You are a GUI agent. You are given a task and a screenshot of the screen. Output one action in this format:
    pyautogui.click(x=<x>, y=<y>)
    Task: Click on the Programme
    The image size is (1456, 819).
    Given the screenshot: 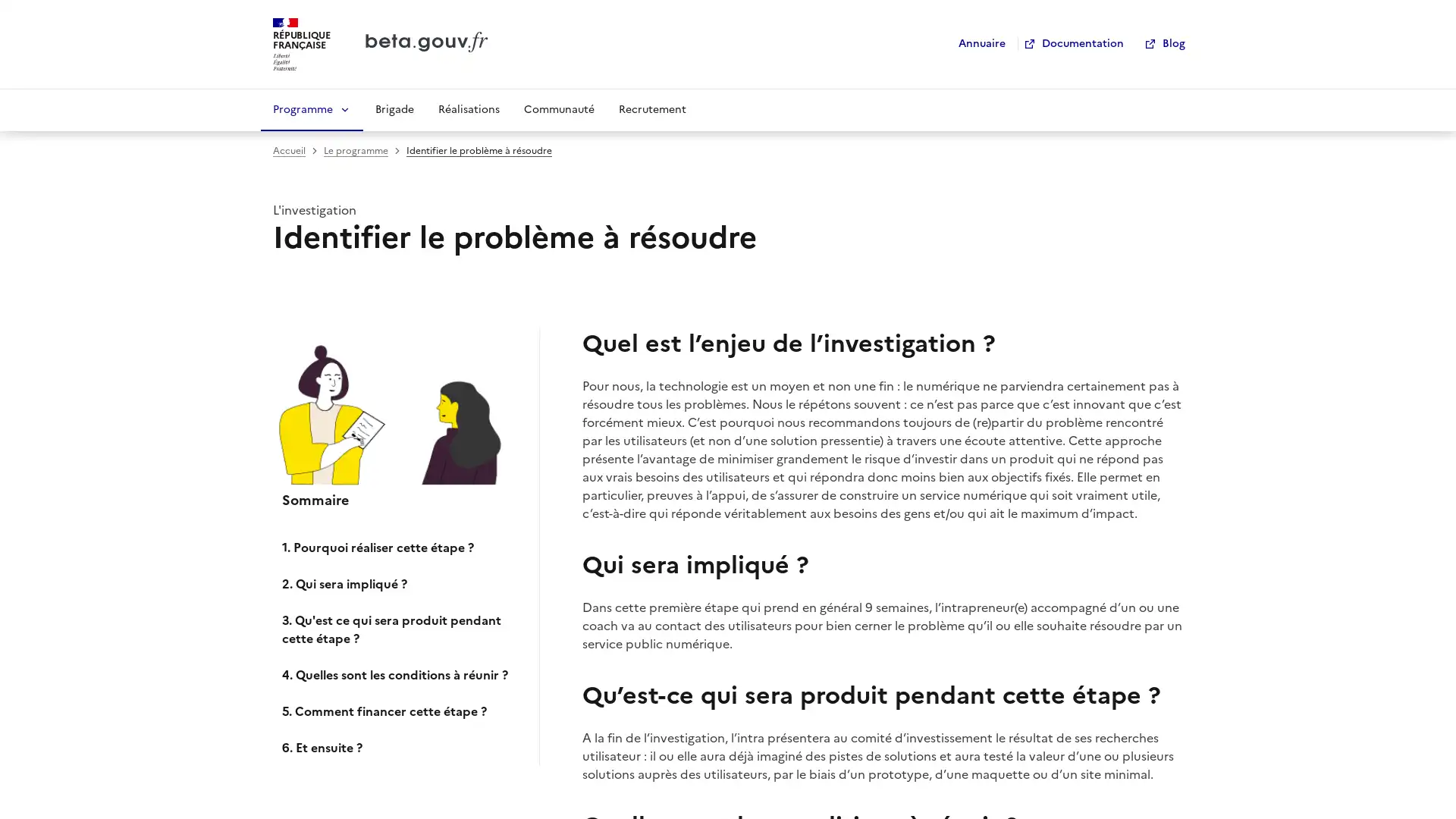 What is the action you would take?
    pyautogui.click(x=311, y=108)
    